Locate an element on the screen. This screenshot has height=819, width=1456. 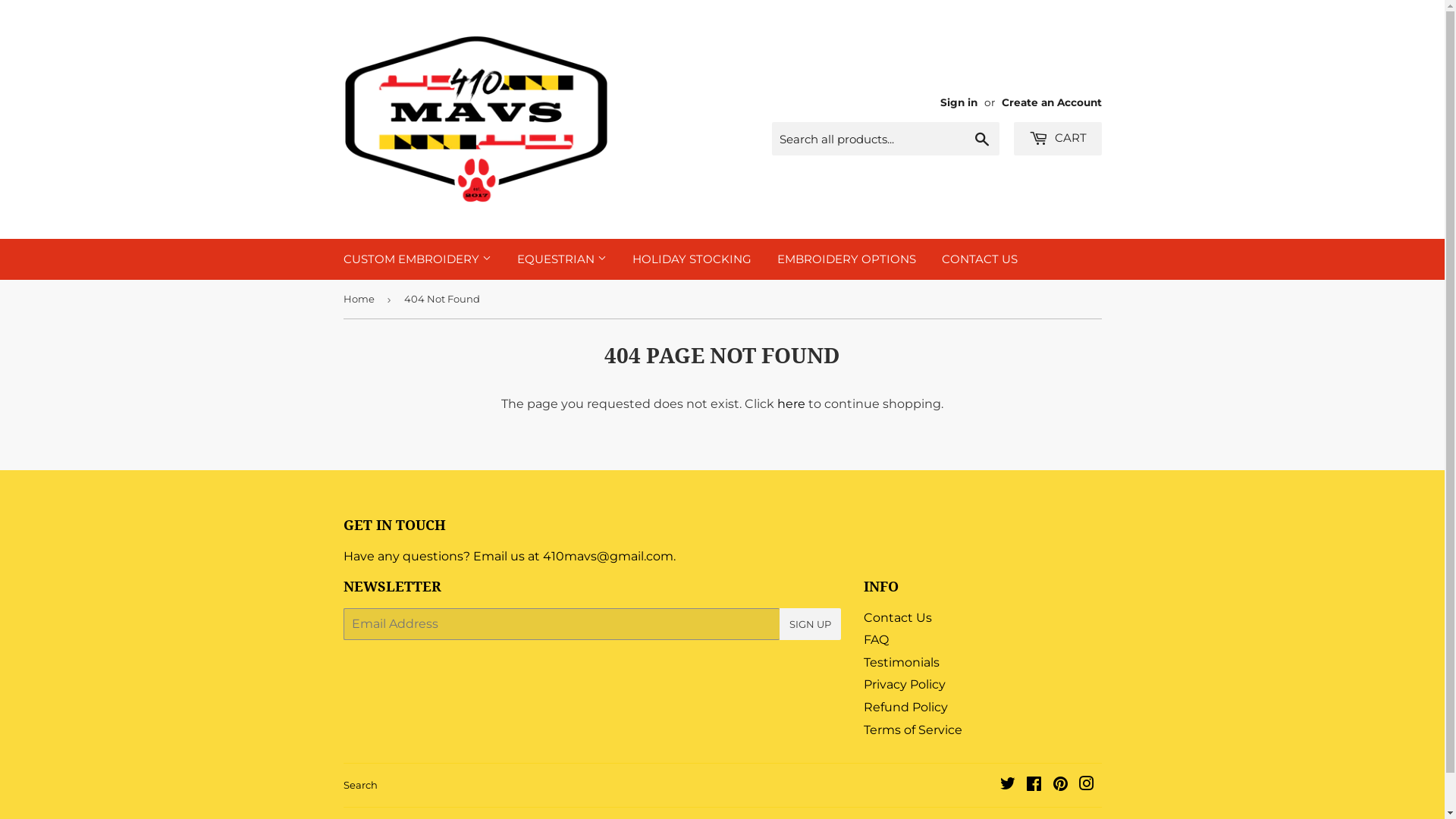
'CUSTOM EMBROIDERY' is located at coordinates (331, 259).